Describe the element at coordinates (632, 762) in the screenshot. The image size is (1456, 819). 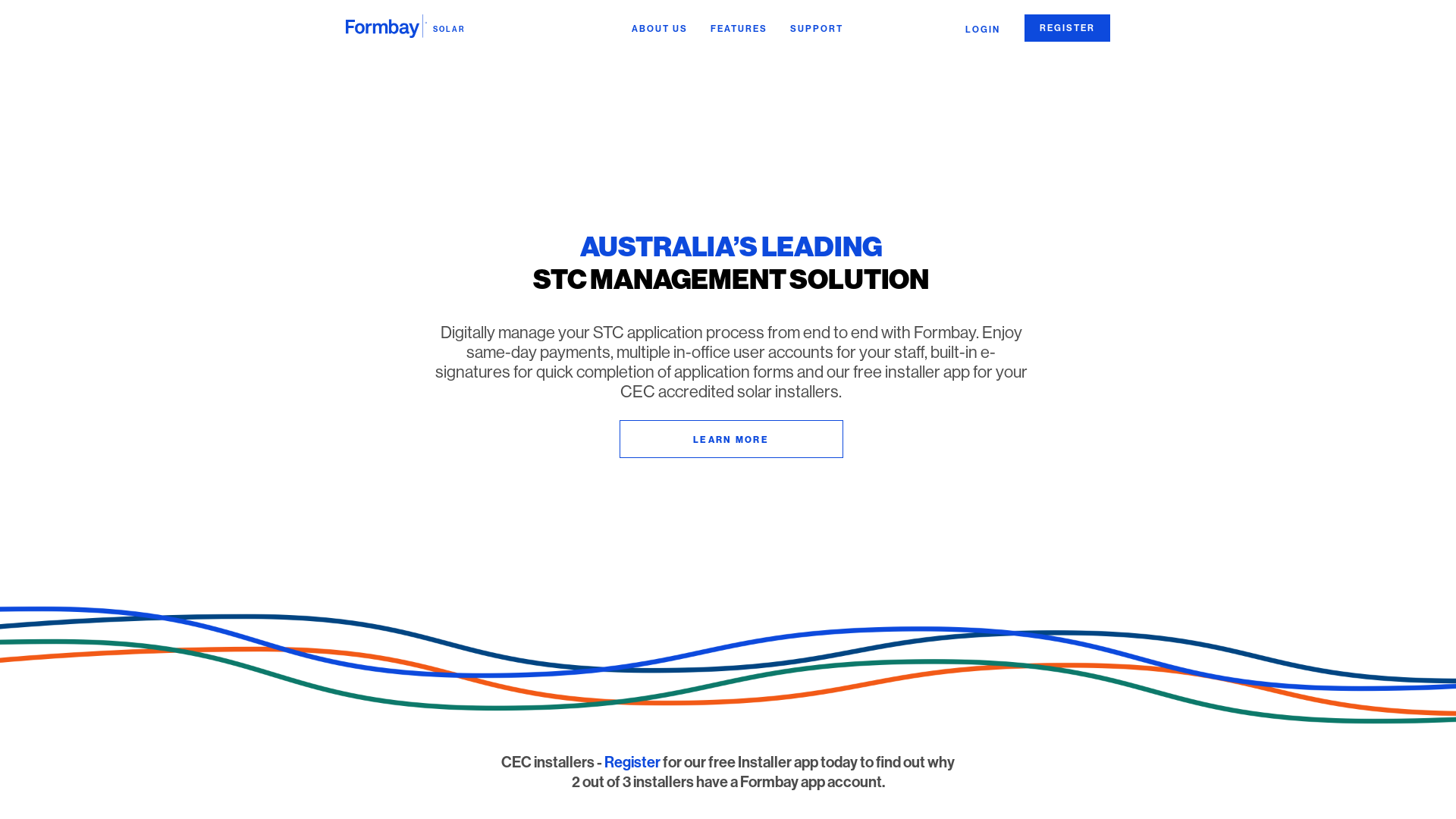
I see `'Register'` at that location.